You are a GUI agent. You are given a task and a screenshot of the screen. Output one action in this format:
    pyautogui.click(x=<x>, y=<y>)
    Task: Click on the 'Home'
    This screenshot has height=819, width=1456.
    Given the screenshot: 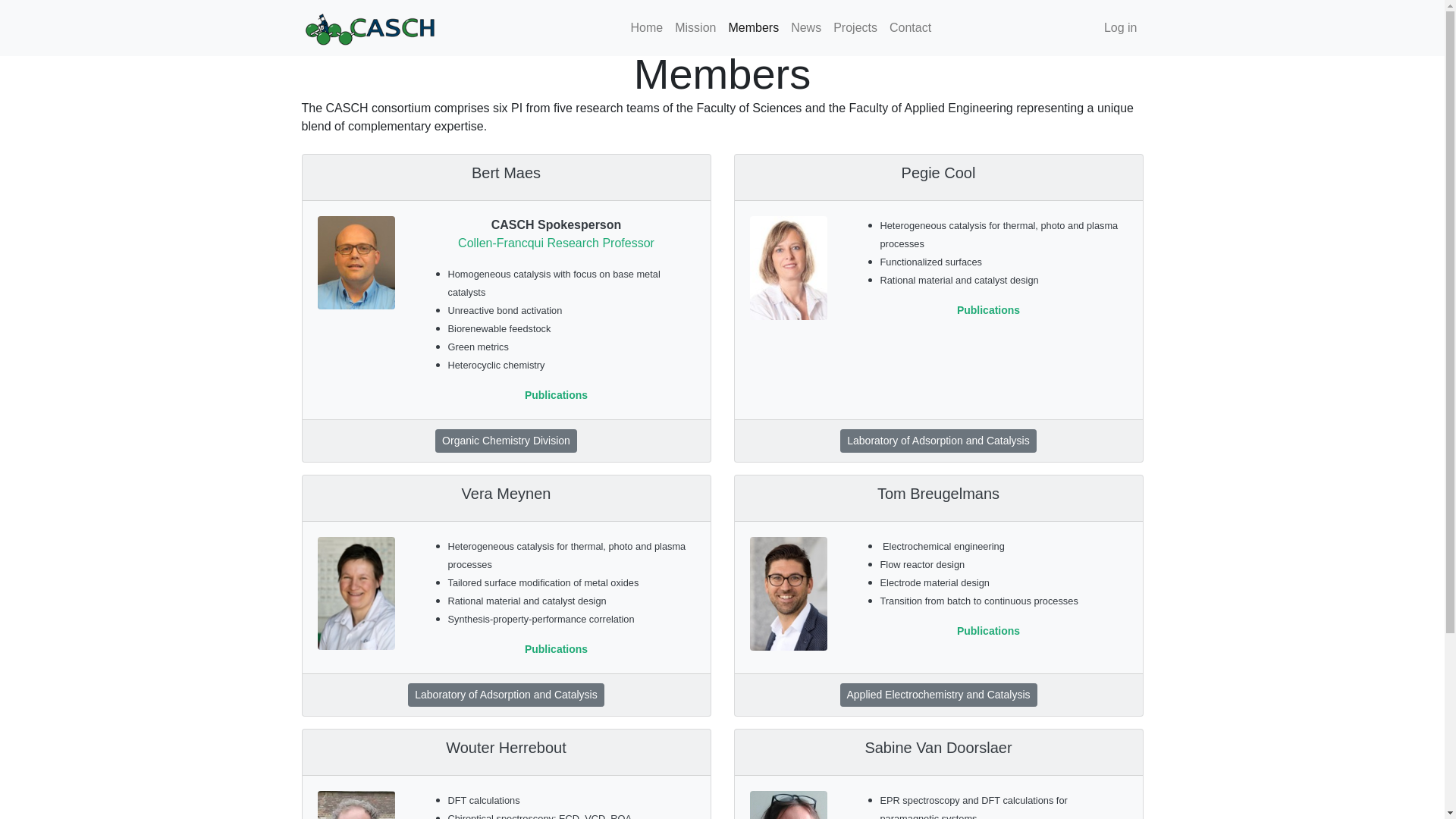 What is the action you would take?
    pyautogui.click(x=647, y=28)
    